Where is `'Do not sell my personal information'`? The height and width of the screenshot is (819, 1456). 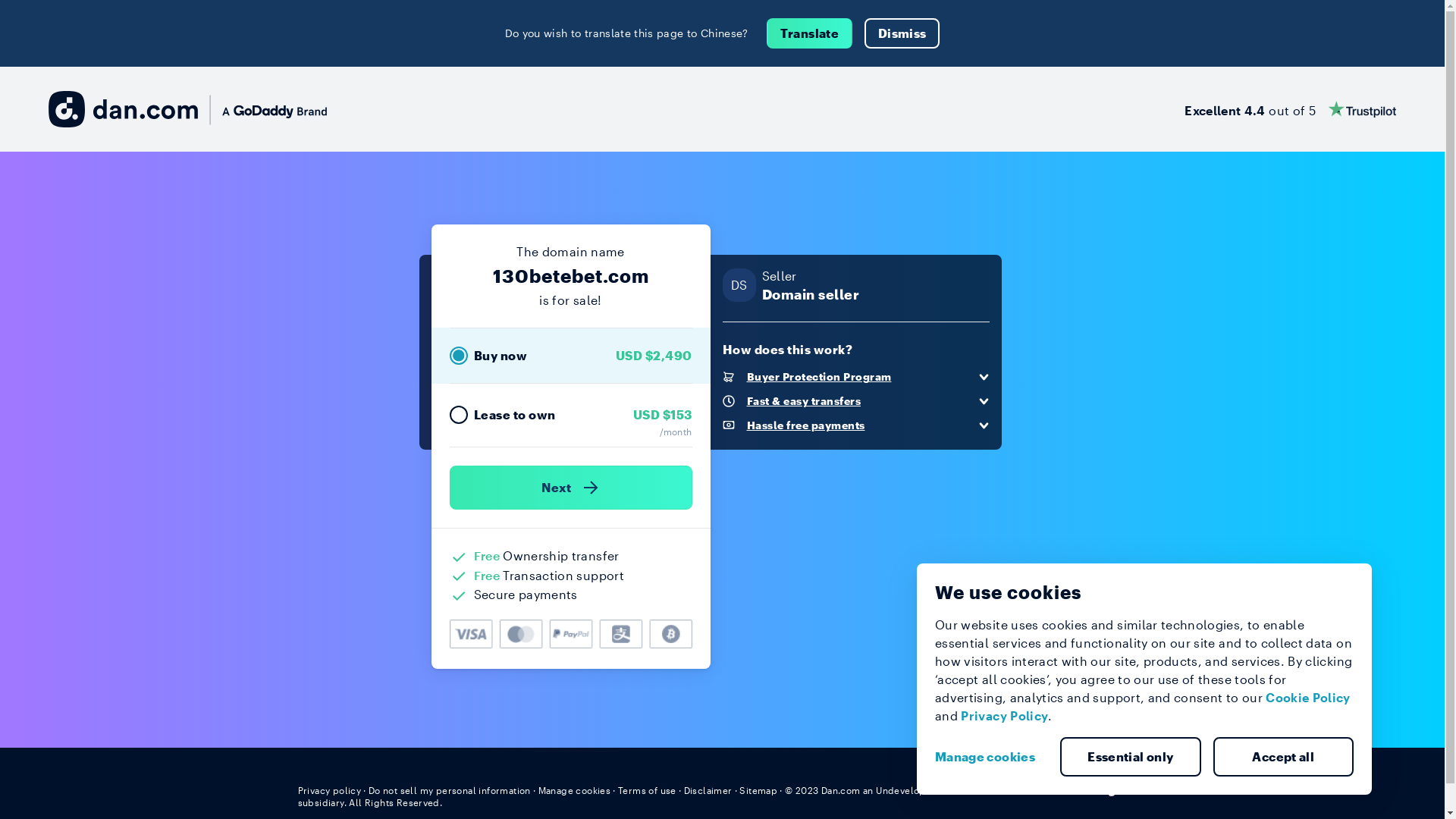 'Do not sell my personal information' is located at coordinates (449, 789).